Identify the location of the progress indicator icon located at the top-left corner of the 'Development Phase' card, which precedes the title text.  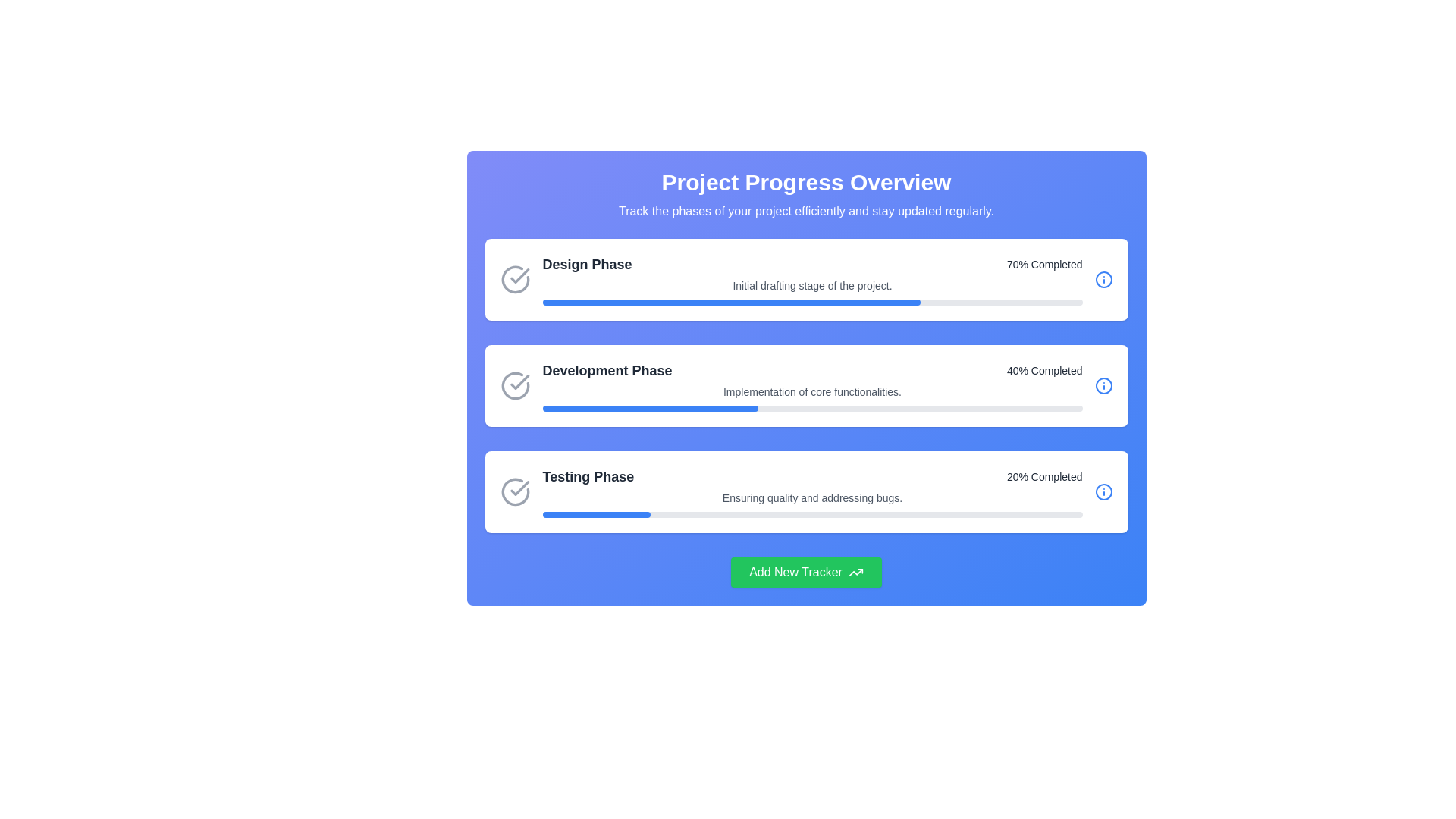
(515, 385).